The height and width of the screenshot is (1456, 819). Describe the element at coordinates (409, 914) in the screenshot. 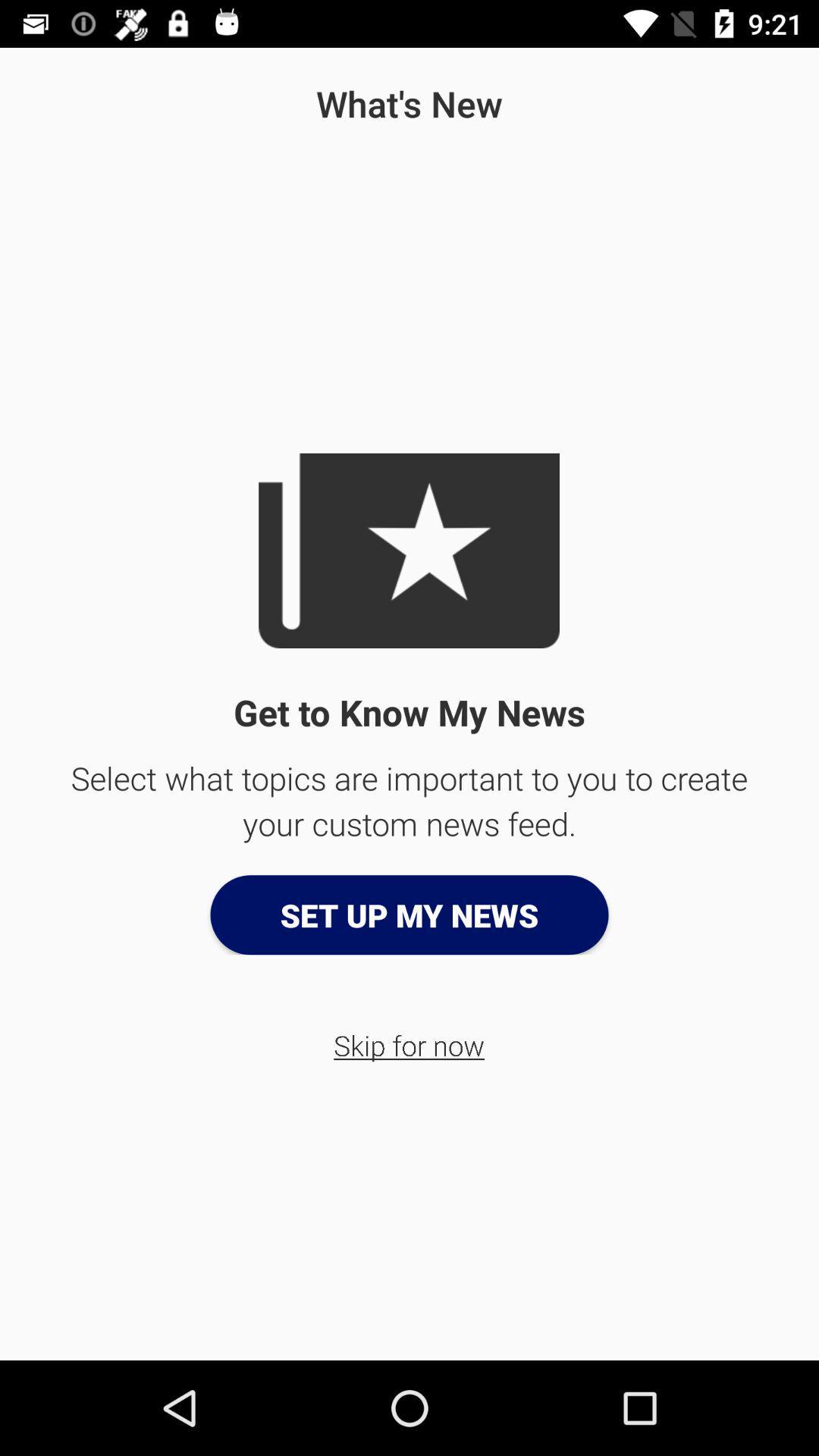

I see `the icon above the skip for now app` at that location.